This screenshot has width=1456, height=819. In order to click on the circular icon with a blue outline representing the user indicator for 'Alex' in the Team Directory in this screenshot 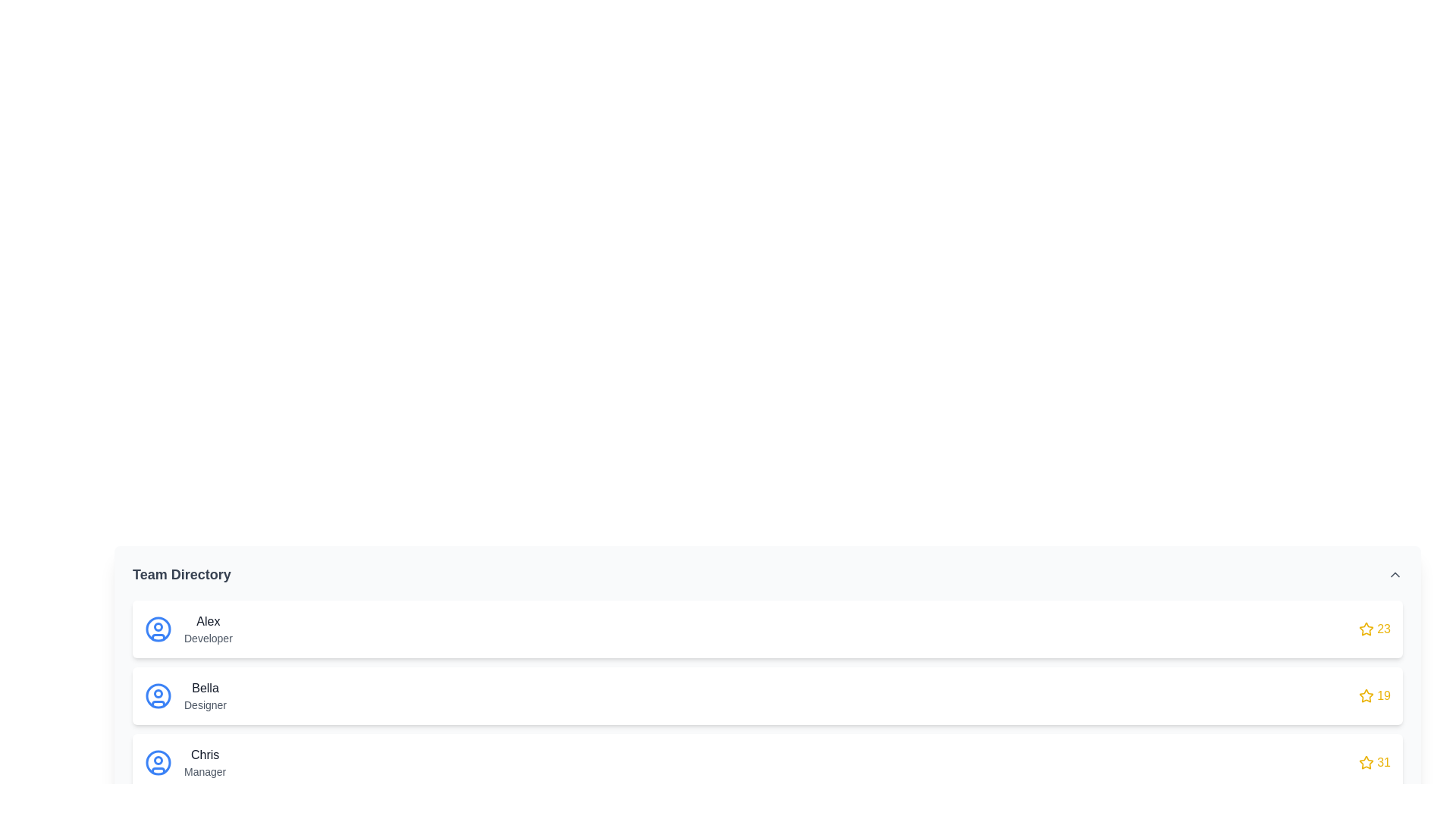, I will do `click(158, 629)`.